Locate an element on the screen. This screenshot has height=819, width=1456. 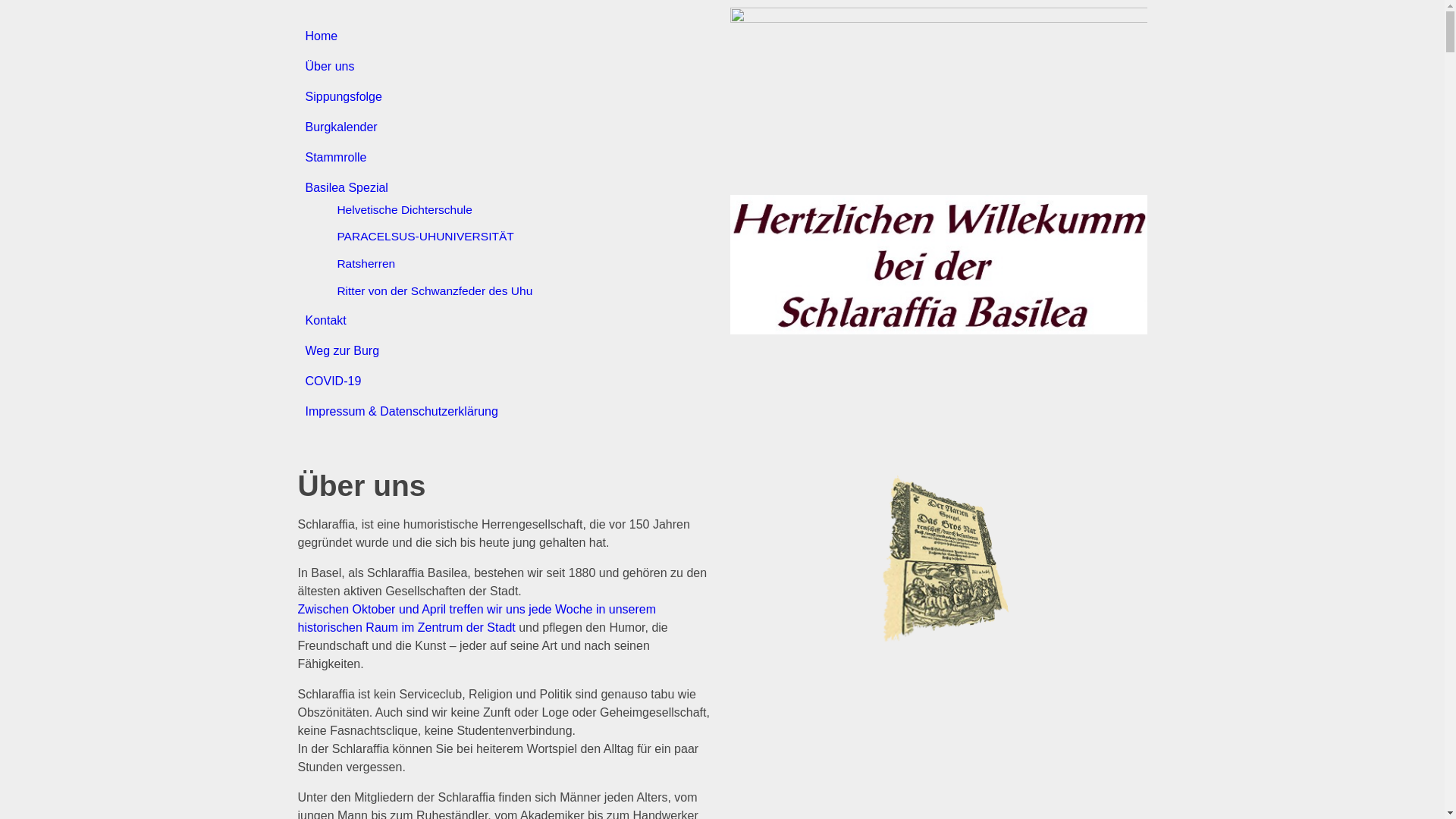
'Sippungsfolge' is located at coordinates (304, 96).